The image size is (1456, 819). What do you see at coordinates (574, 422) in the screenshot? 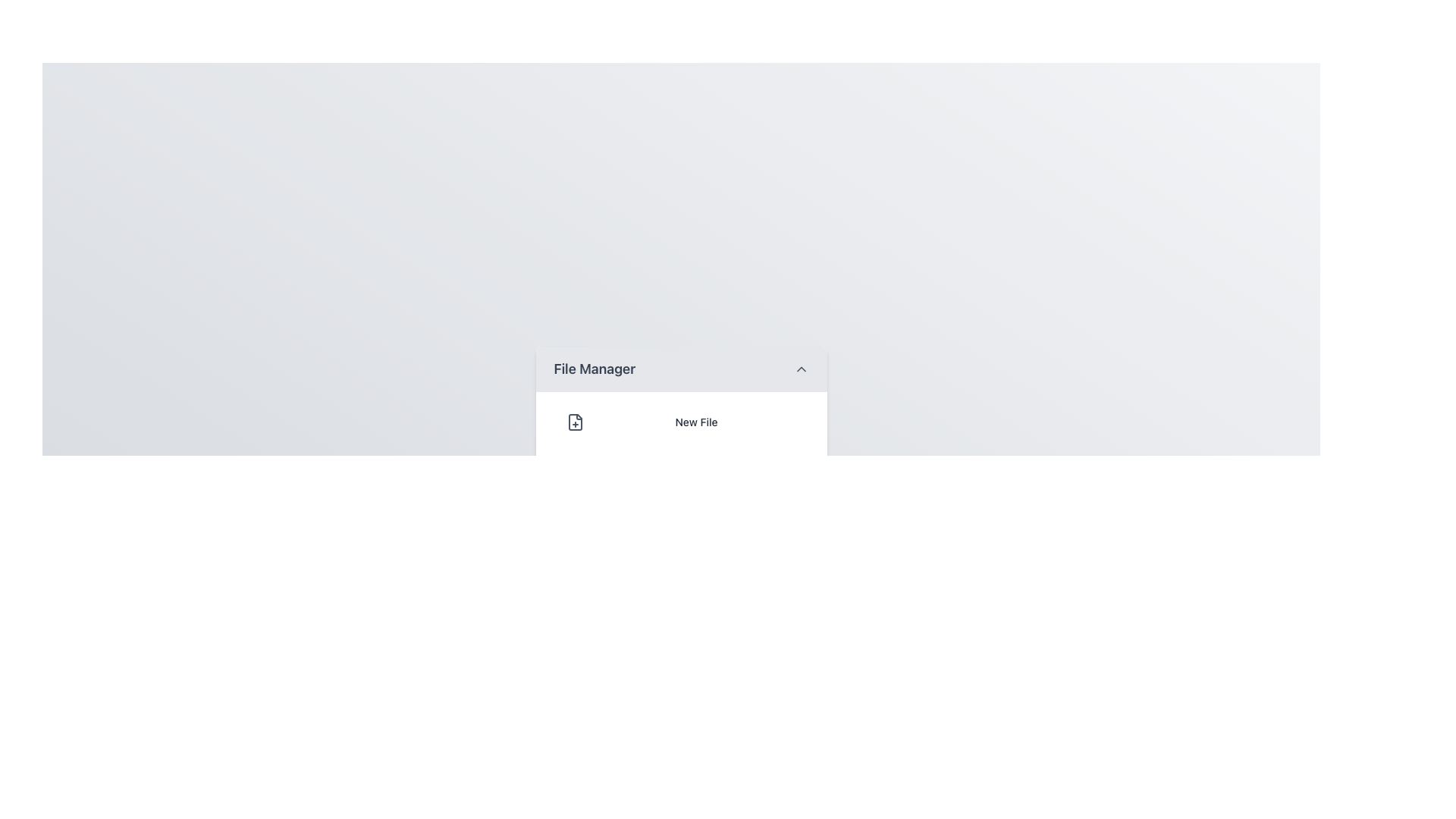
I see `the icon indicating the functionality of creating or adding a new file, which is positioned to the left of the text 'New File'` at bounding box center [574, 422].